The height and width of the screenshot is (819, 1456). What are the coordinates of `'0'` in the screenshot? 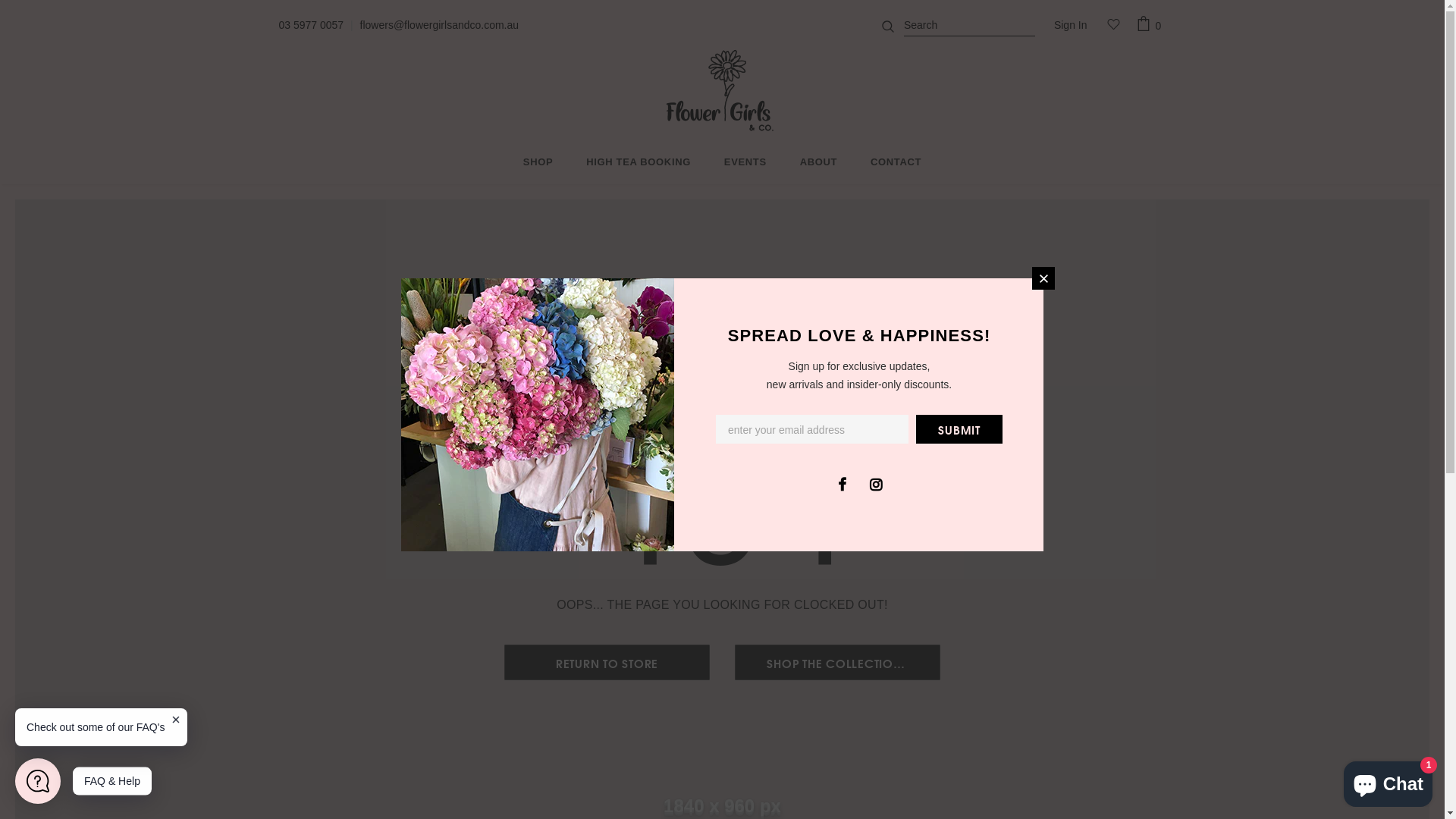 It's located at (1135, 25).